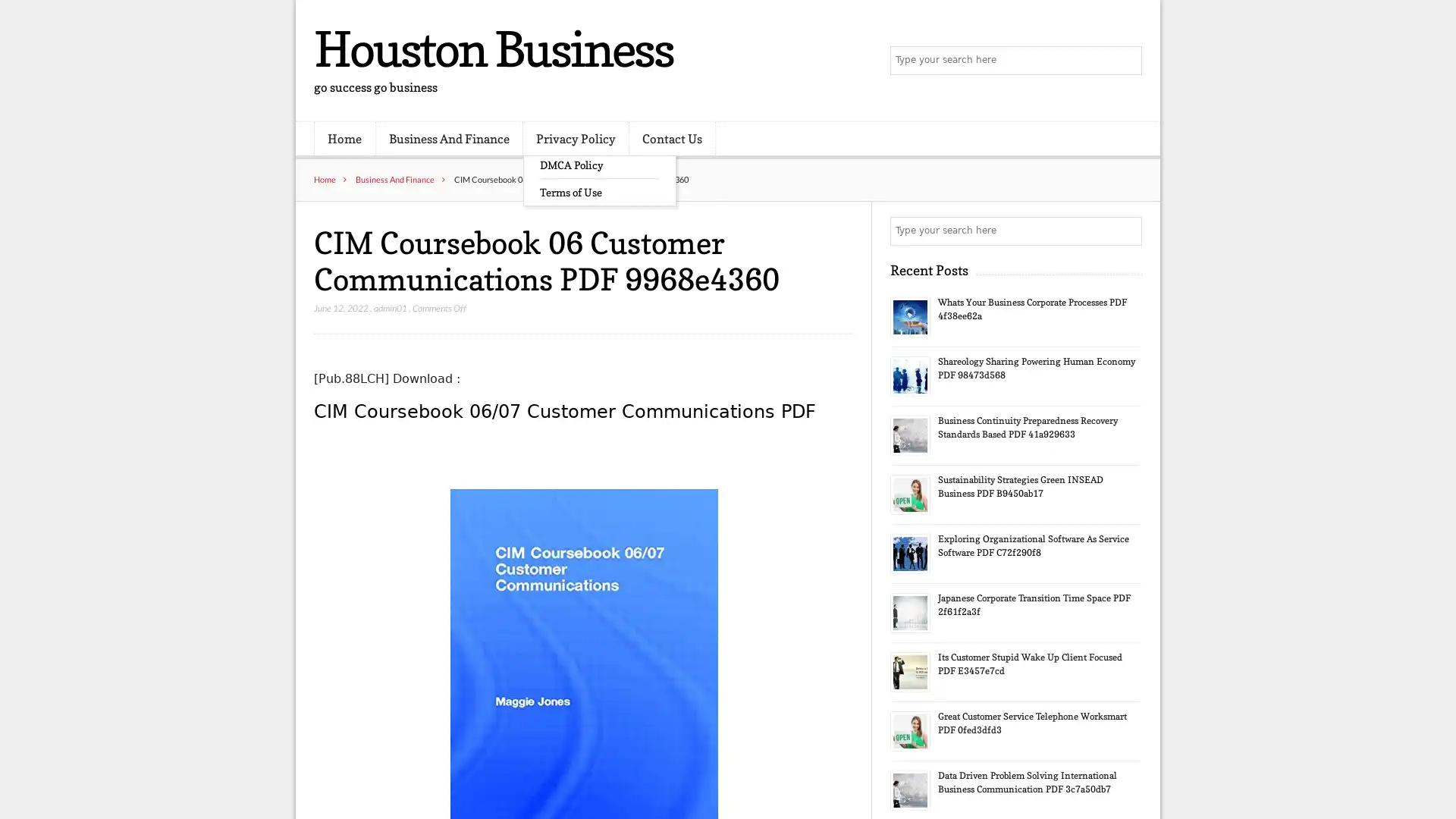  What do you see at coordinates (1126, 231) in the screenshot?
I see `Search` at bounding box center [1126, 231].